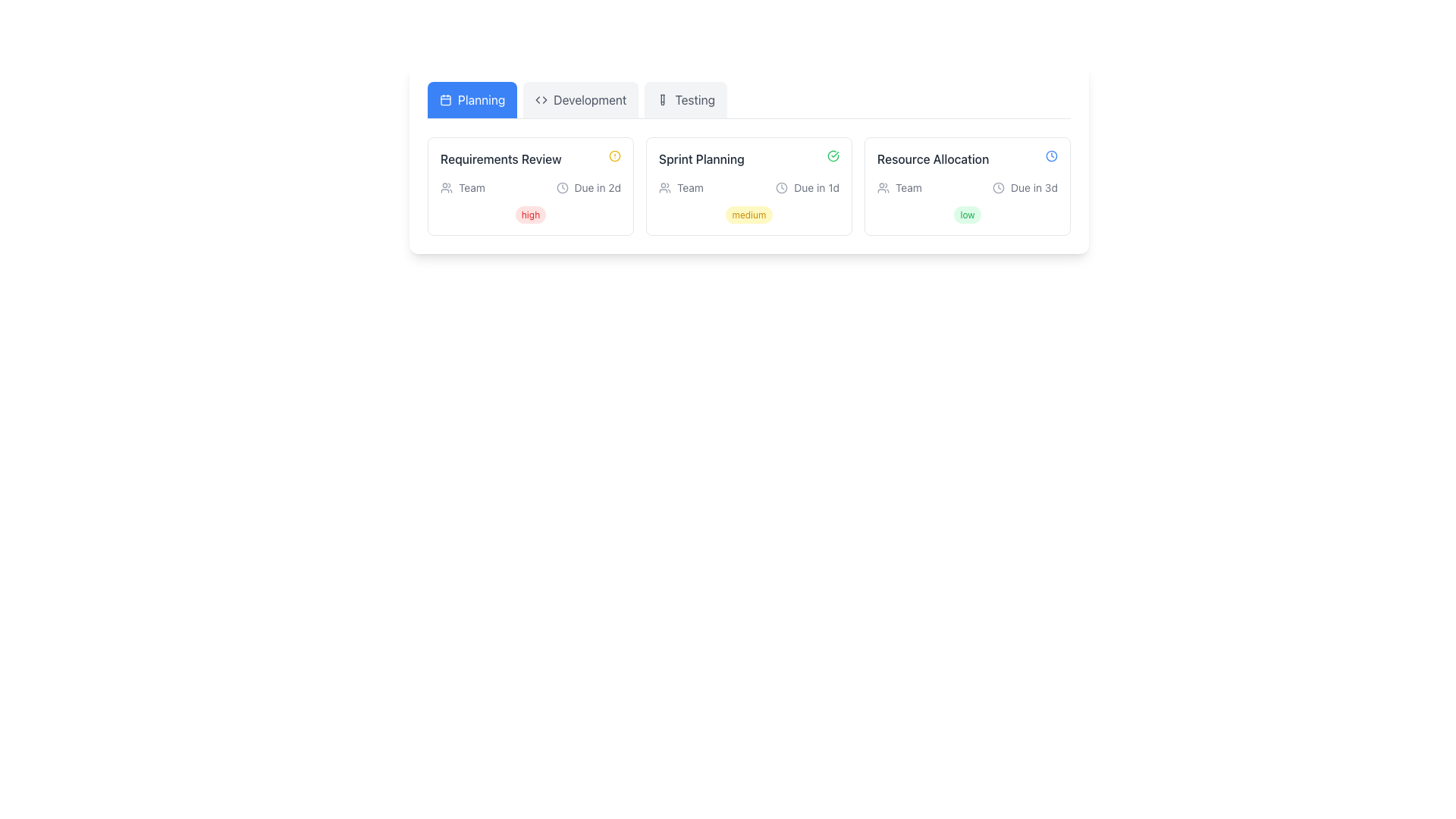 Image resolution: width=1456 pixels, height=819 pixels. What do you see at coordinates (663, 99) in the screenshot?
I see `the decorative SVG icon located on the left side of the text 'Testing' in the third tab of the top navigation bar on the task management page` at bounding box center [663, 99].